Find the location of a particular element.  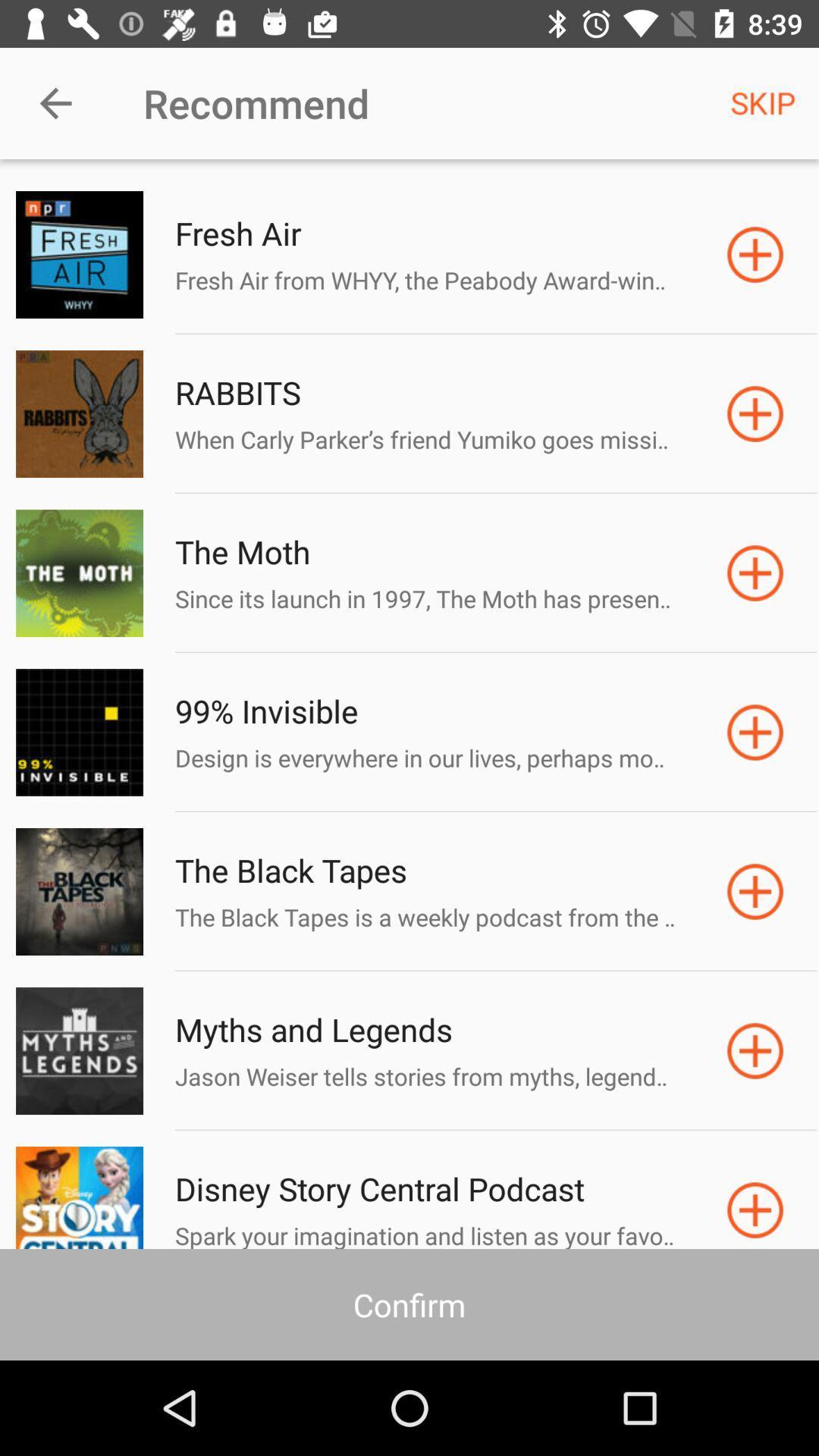

the confirm is located at coordinates (409, 1304).